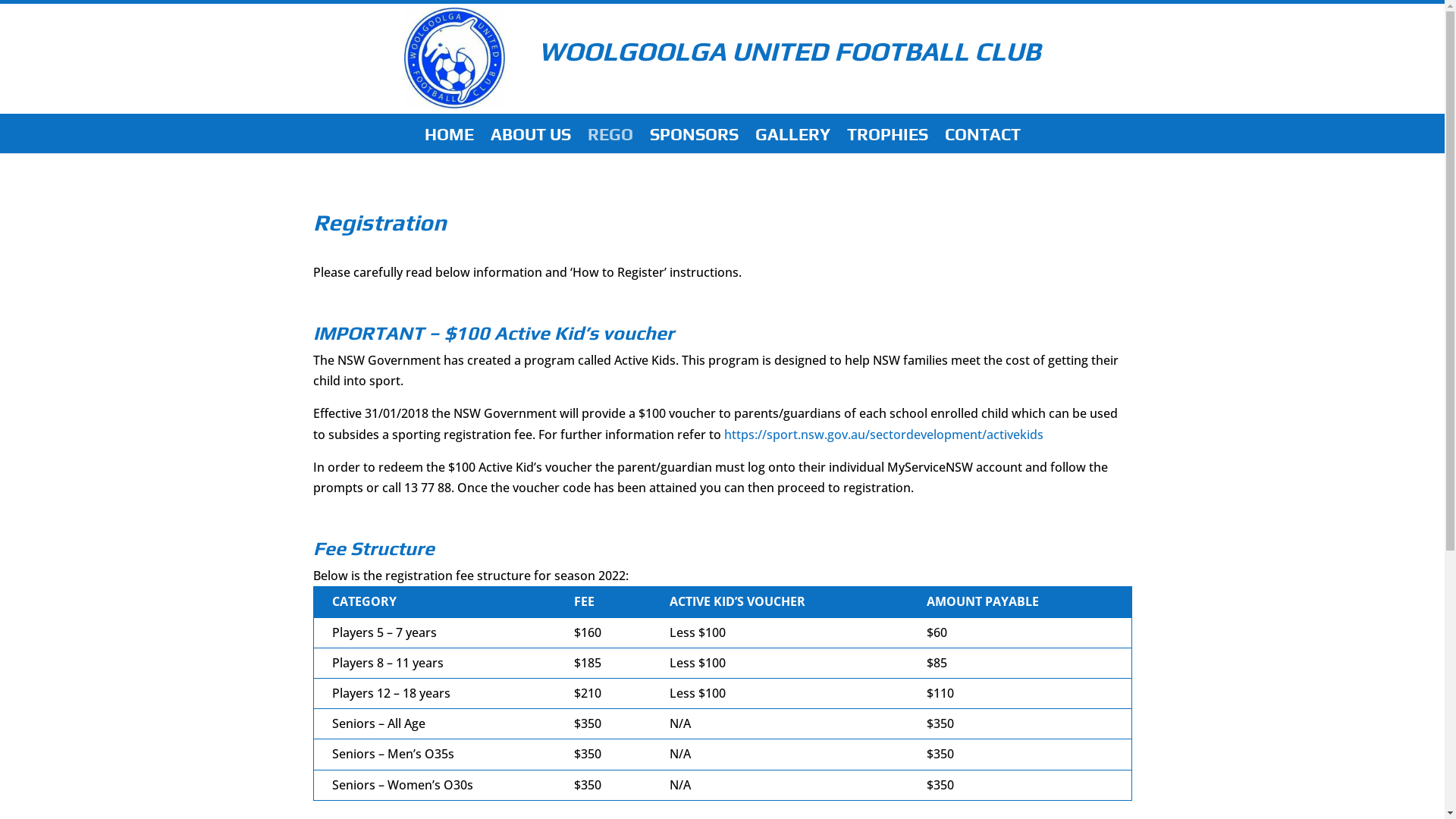 The image size is (1456, 819). What do you see at coordinates (883, 435) in the screenshot?
I see `'https://sport.nsw.gov.au/sectordevelopment/activekids'` at bounding box center [883, 435].